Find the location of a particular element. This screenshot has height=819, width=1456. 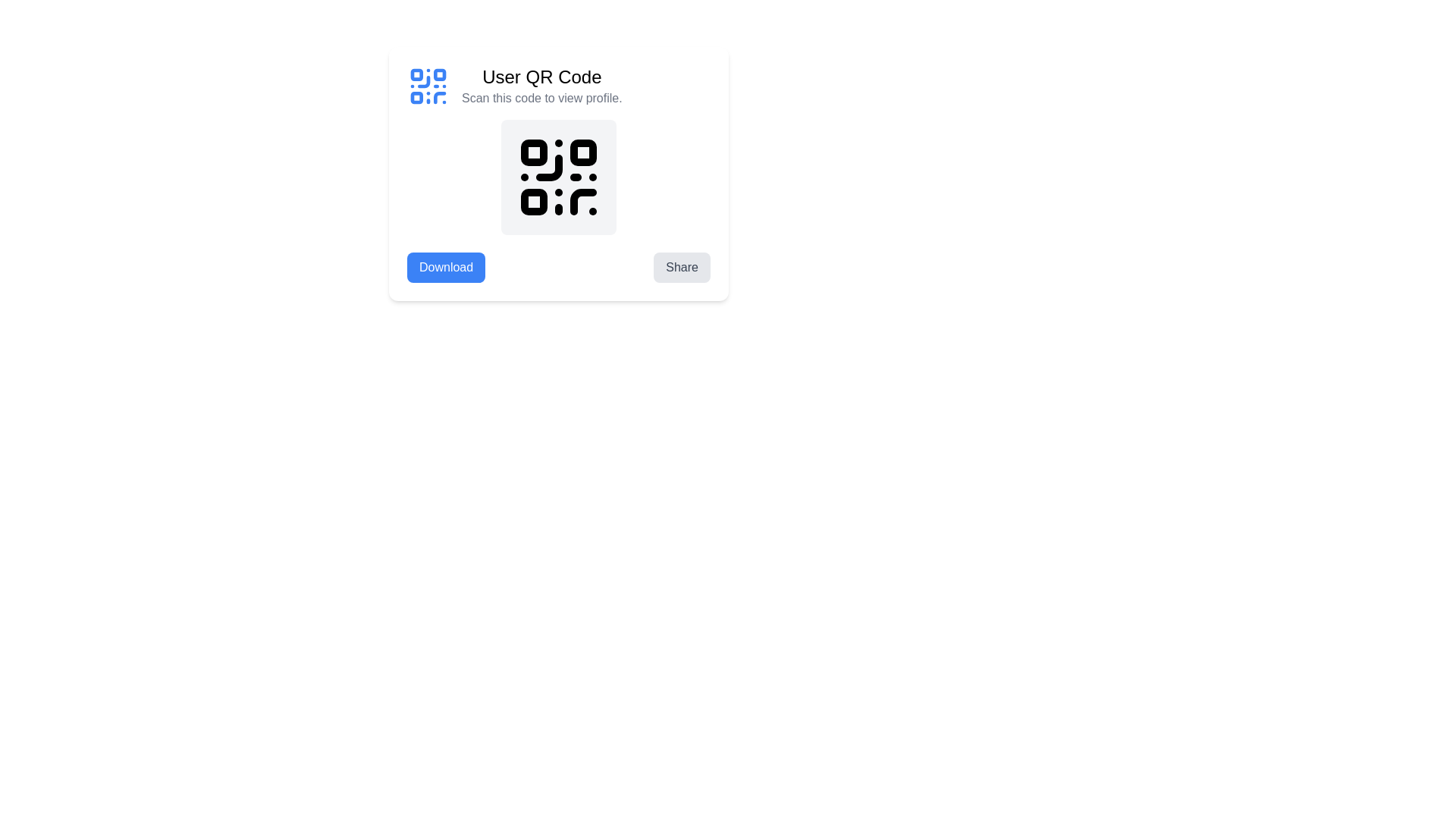

the second blue square icon in the top row of the QR code grid located at the top-left corner of the card labeled 'User QR Code' is located at coordinates (439, 74).